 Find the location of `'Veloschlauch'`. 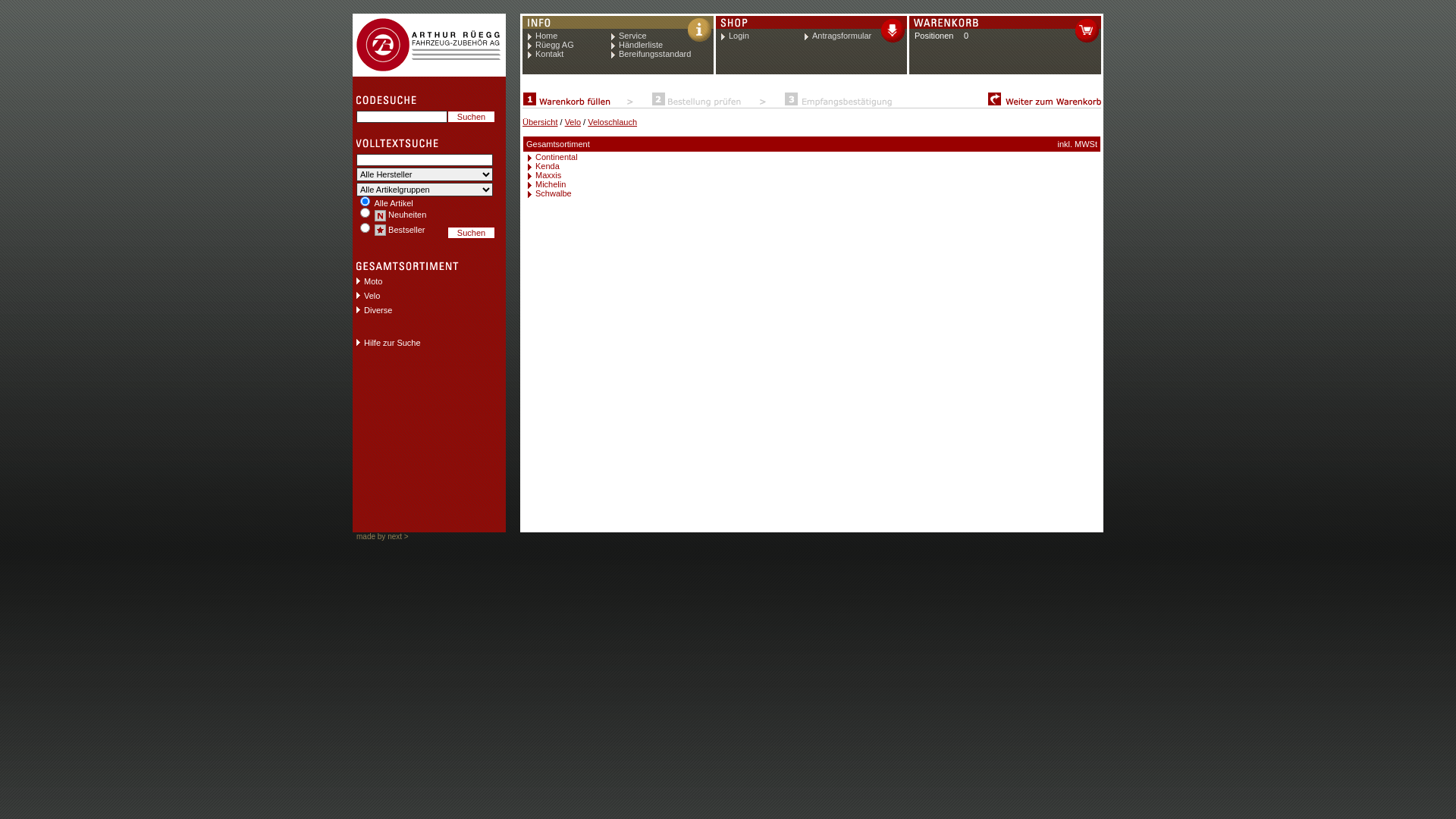

'Veloschlauch' is located at coordinates (612, 121).